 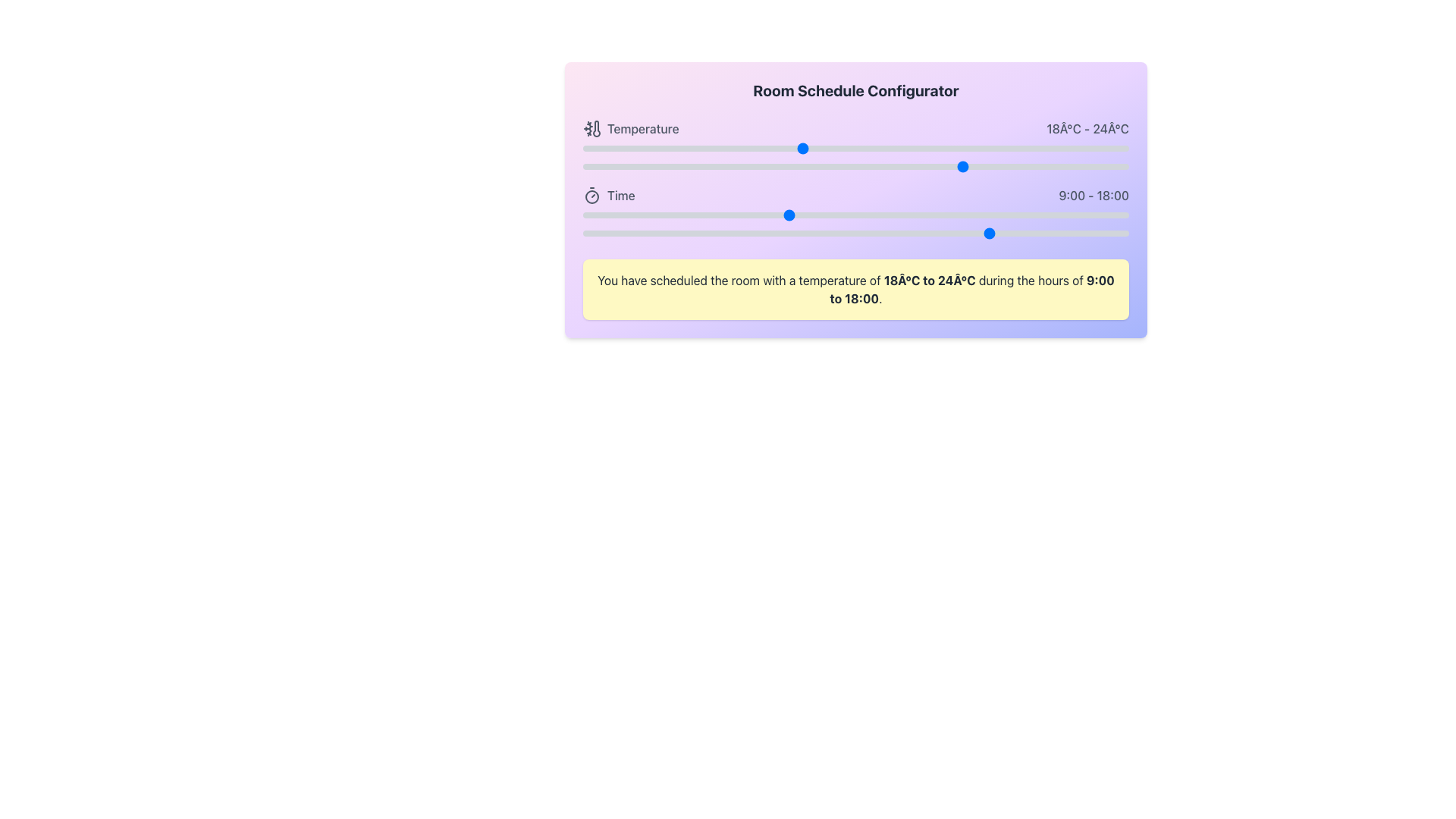 What do you see at coordinates (695, 215) in the screenshot?
I see `the time` at bounding box center [695, 215].